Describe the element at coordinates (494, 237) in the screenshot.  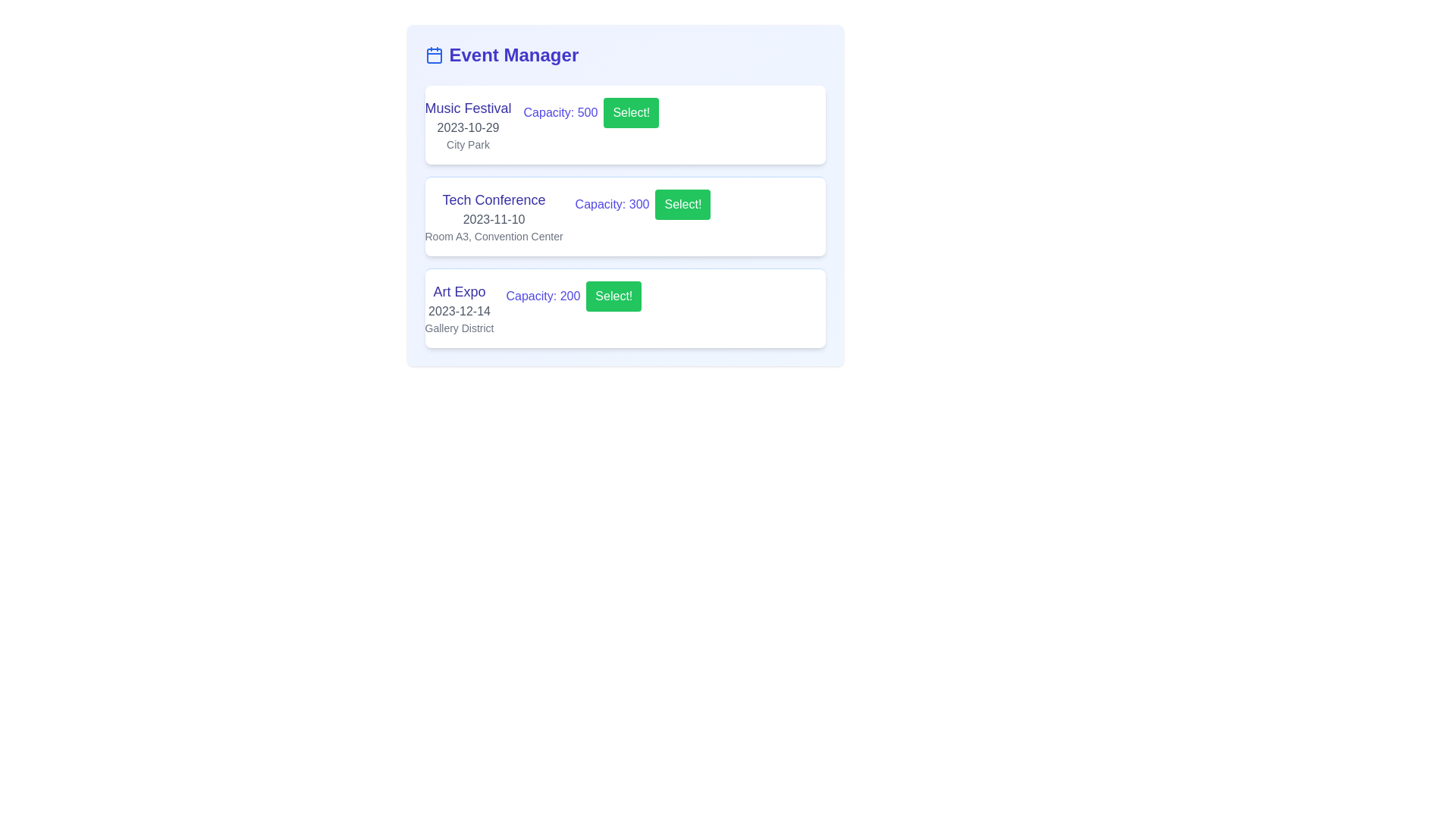
I see `the text label reading 'Room A3, Convention Center' which is styled in a small gray font and is located at the bottom of the event information box in the card layout` at that location.